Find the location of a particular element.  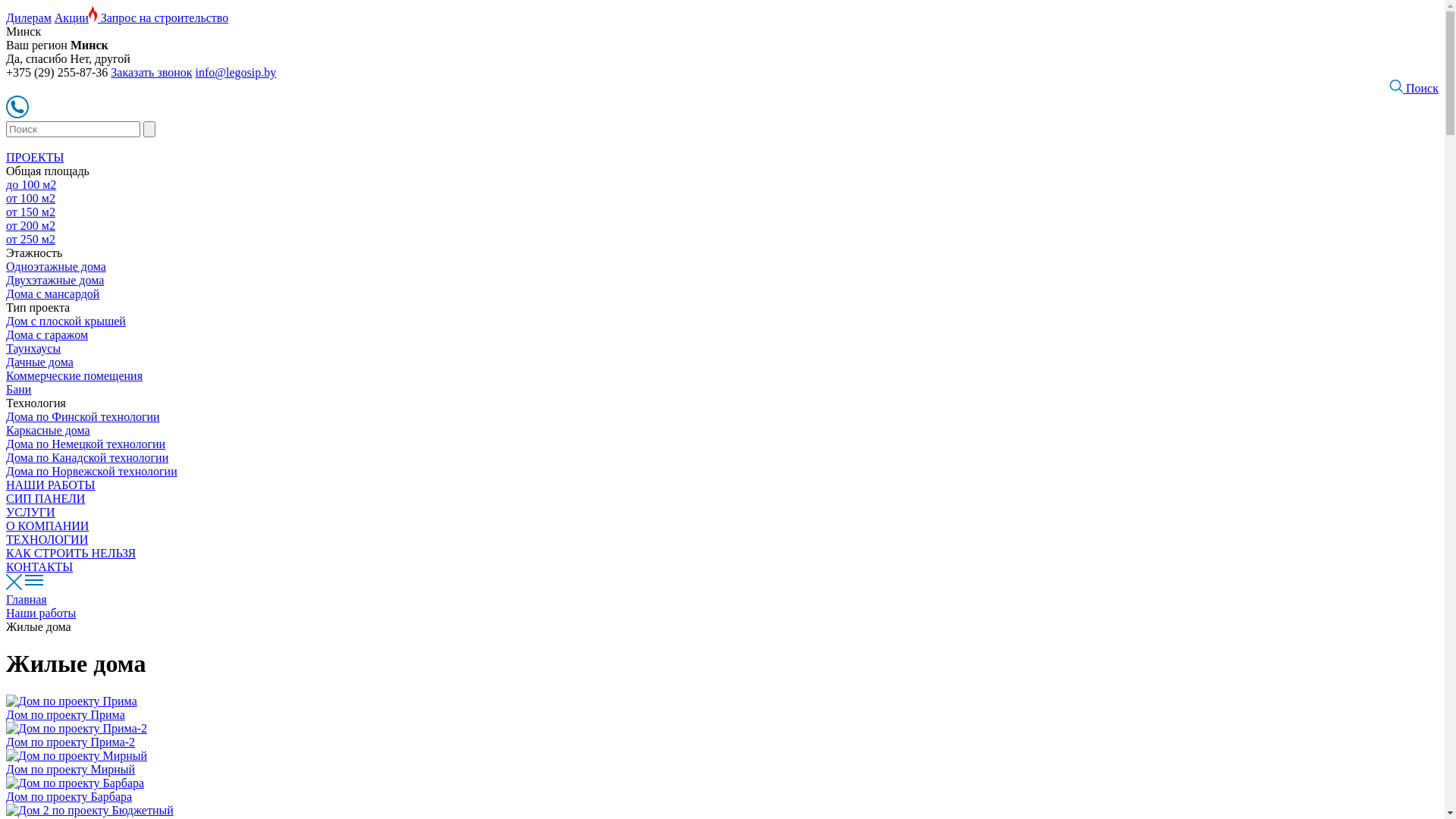

'+375 (29) 255-87-36' is located at coordinates (57, 72).